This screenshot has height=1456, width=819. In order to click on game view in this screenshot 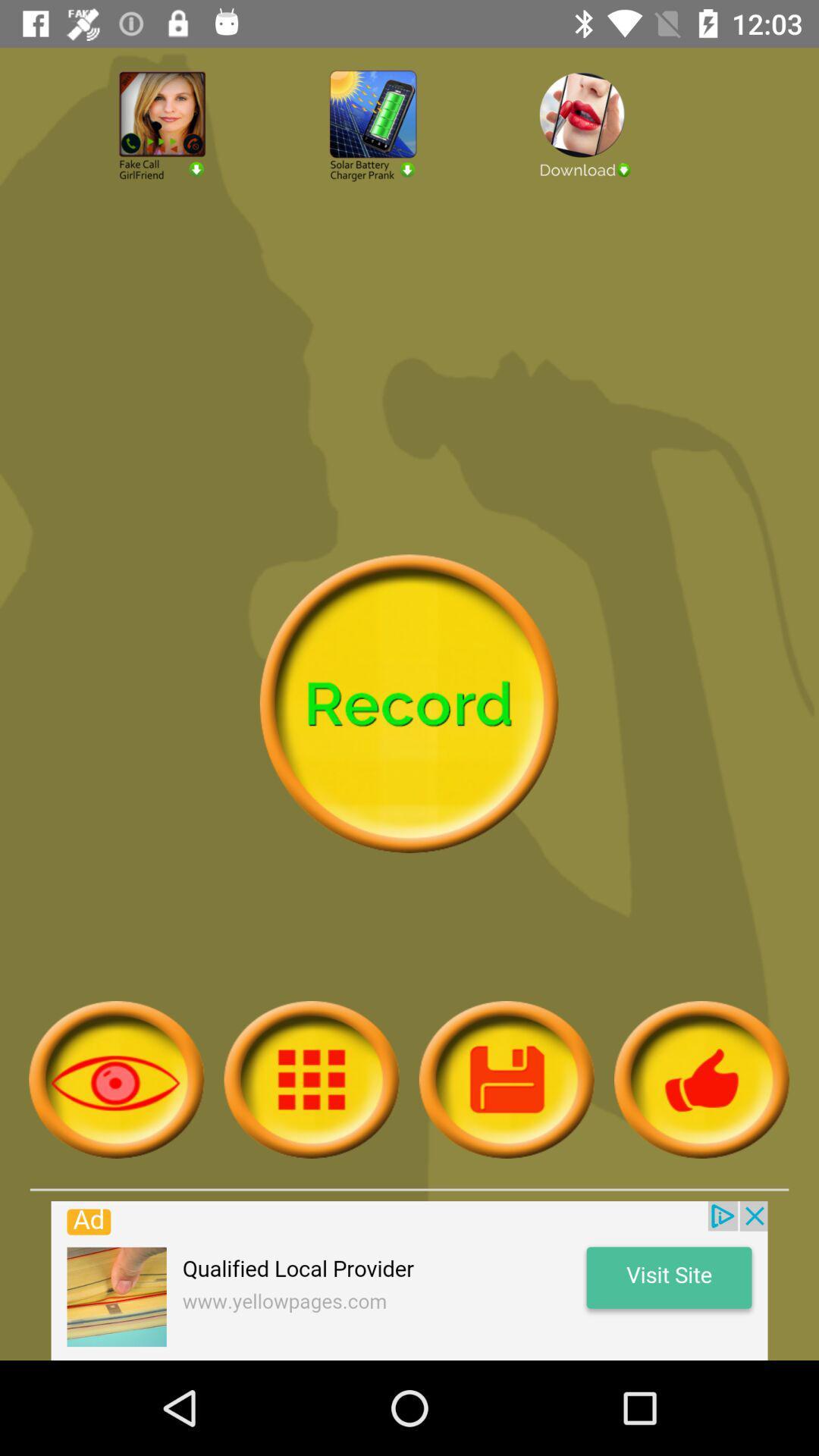, I will do `click(115, 1078)`.